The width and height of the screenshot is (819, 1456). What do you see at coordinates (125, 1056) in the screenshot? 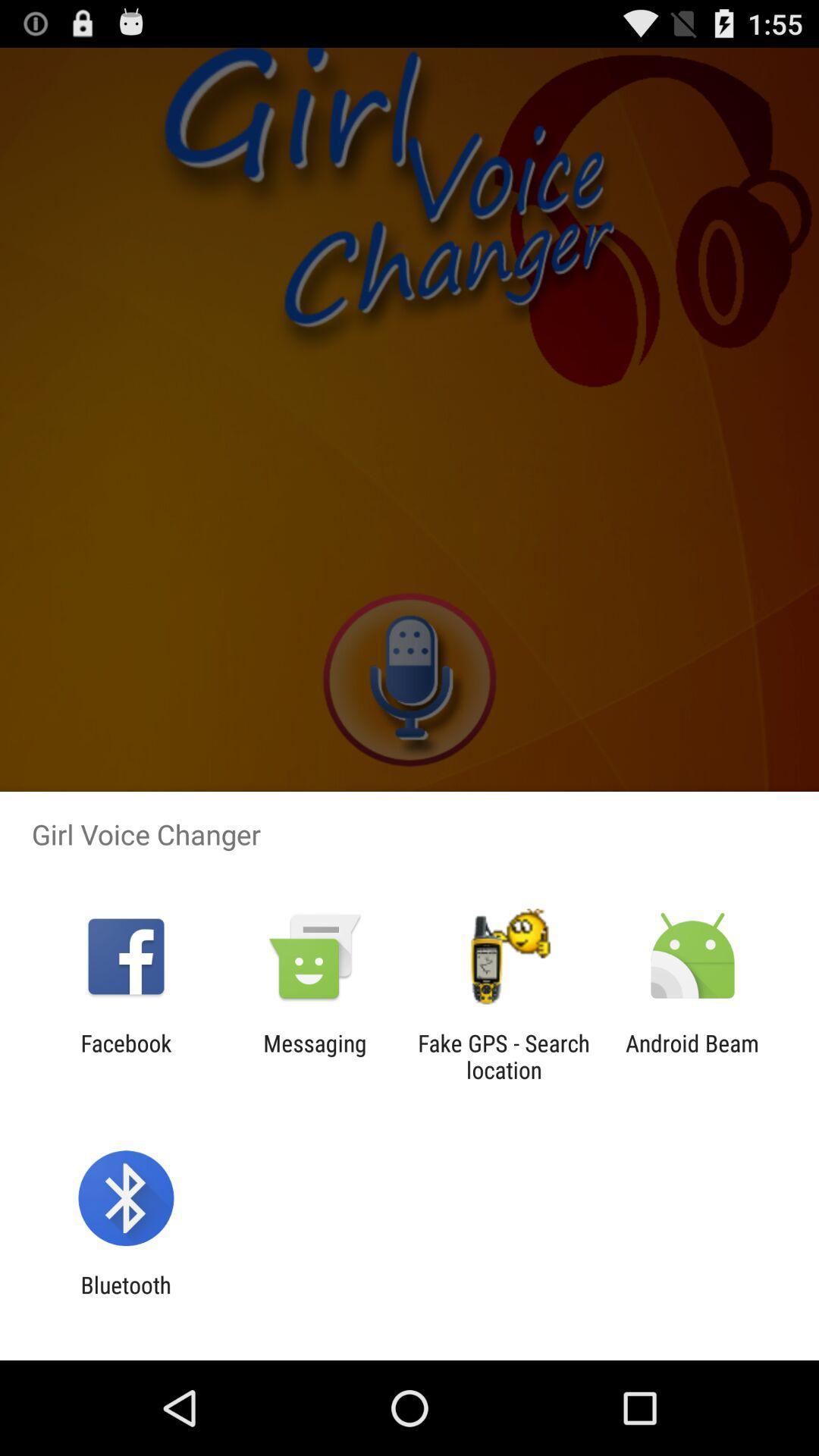
I see `facebook` at bounding box center [125, 1056].